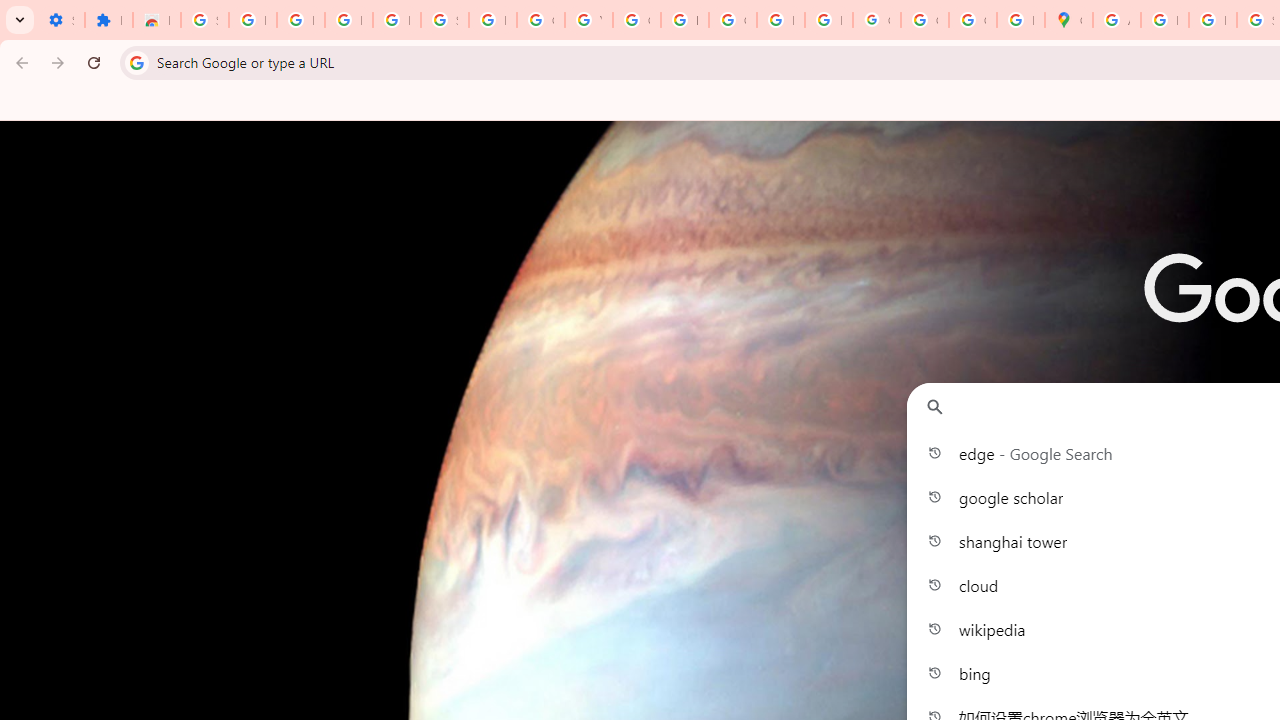  I want to click on 'Extensions', so click(107, 20).